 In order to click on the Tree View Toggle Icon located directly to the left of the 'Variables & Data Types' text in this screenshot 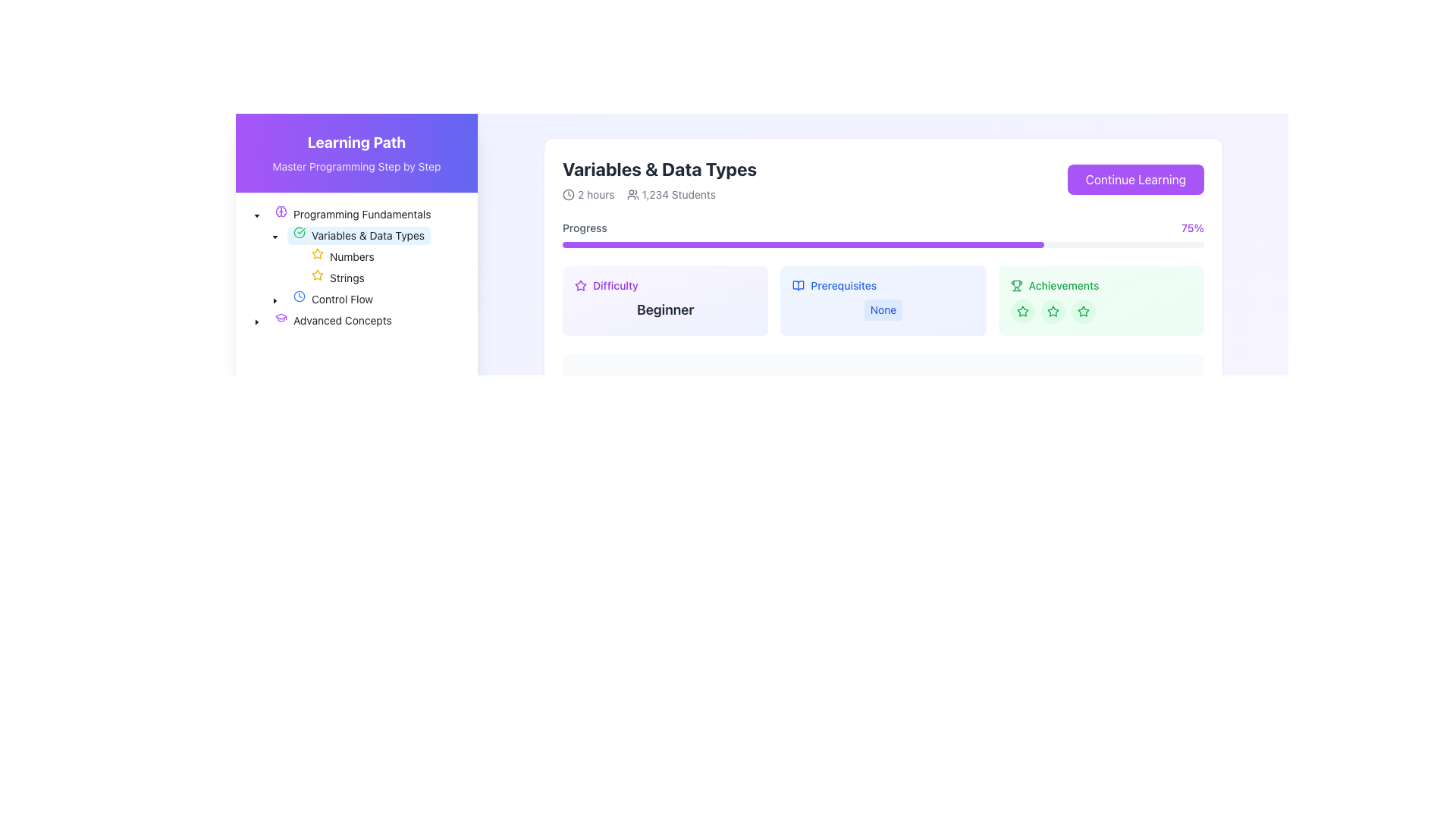, I will do `click(275, 236)`.